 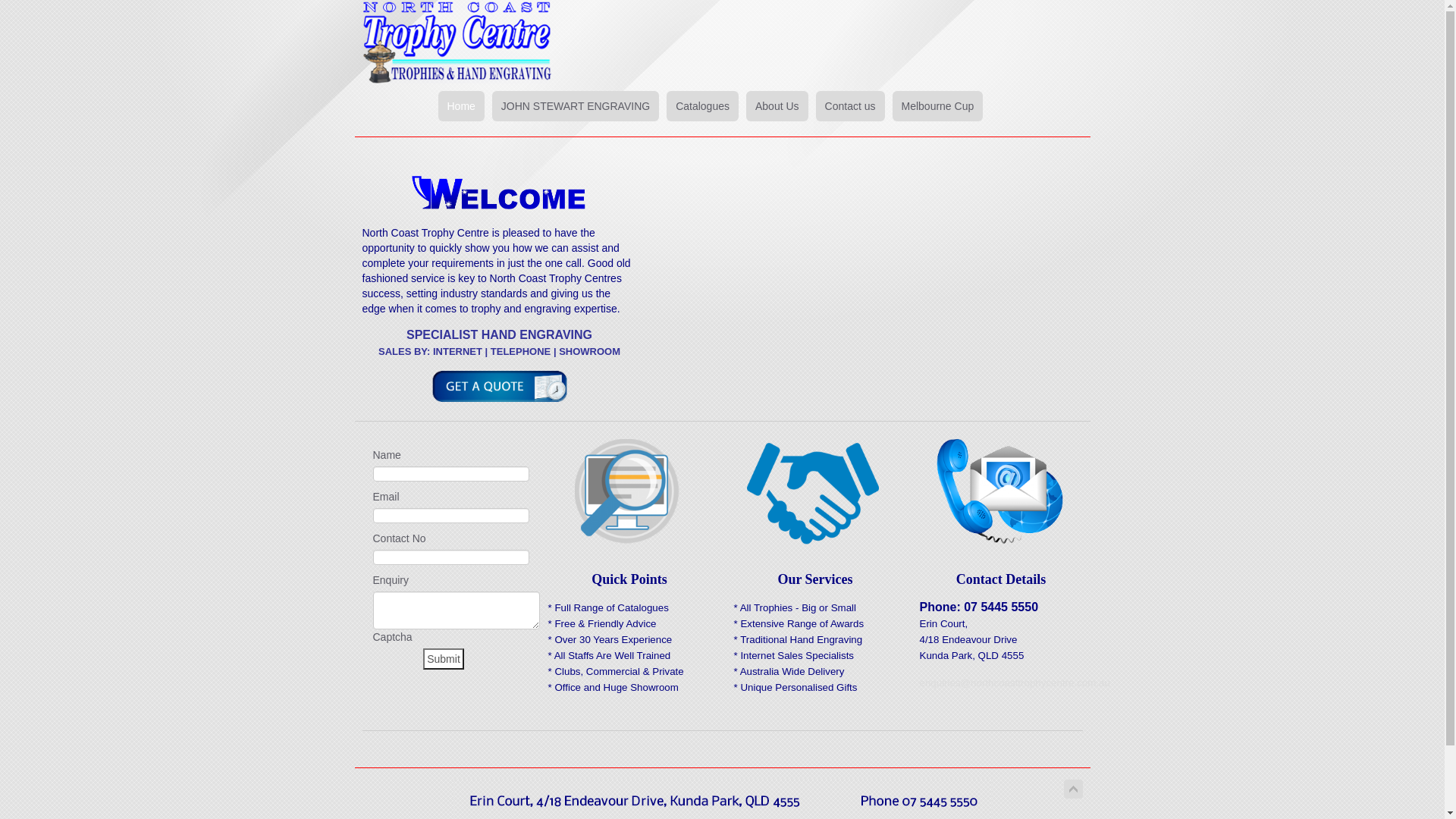 What do you see at coordinates (850, 105) in the screenshot?
I see `'Contact us'` at bounding box center [850, 105].